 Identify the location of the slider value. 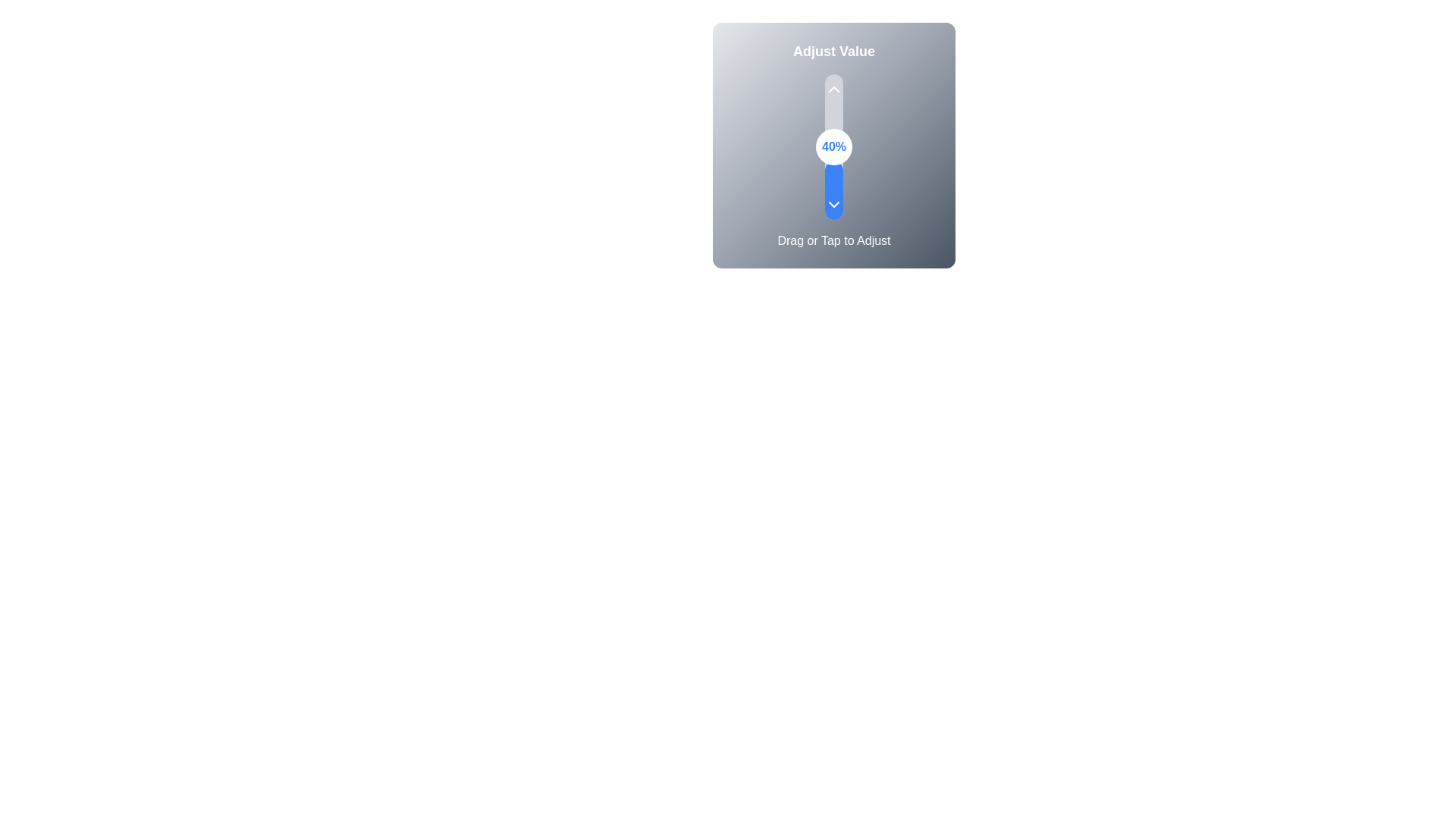
(833, 185).